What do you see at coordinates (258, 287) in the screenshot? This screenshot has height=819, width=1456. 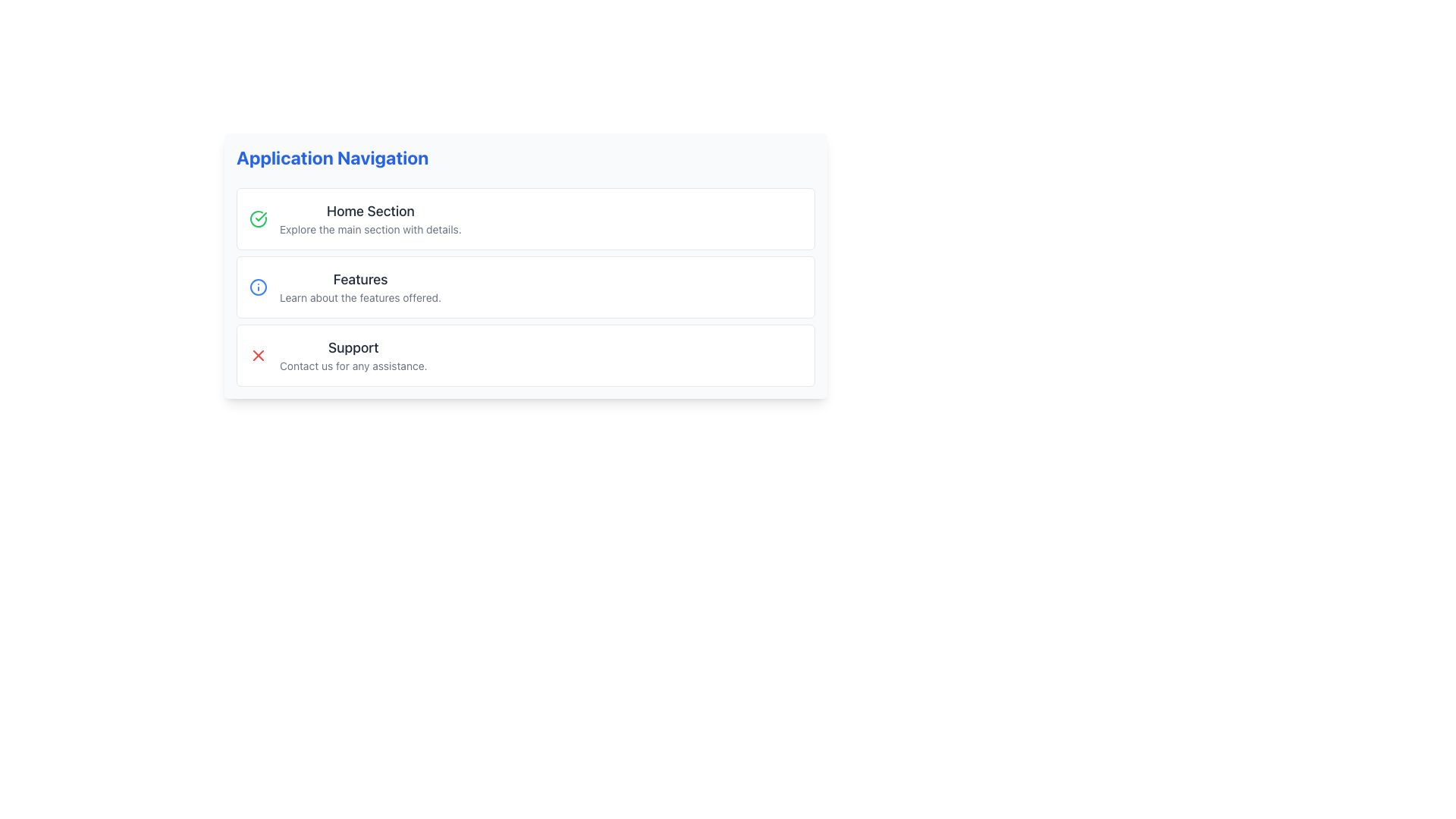 I see `the informational indicator icon located to the left of the 'Features' title within the 'Features' section` at bounding box center [258, 287].